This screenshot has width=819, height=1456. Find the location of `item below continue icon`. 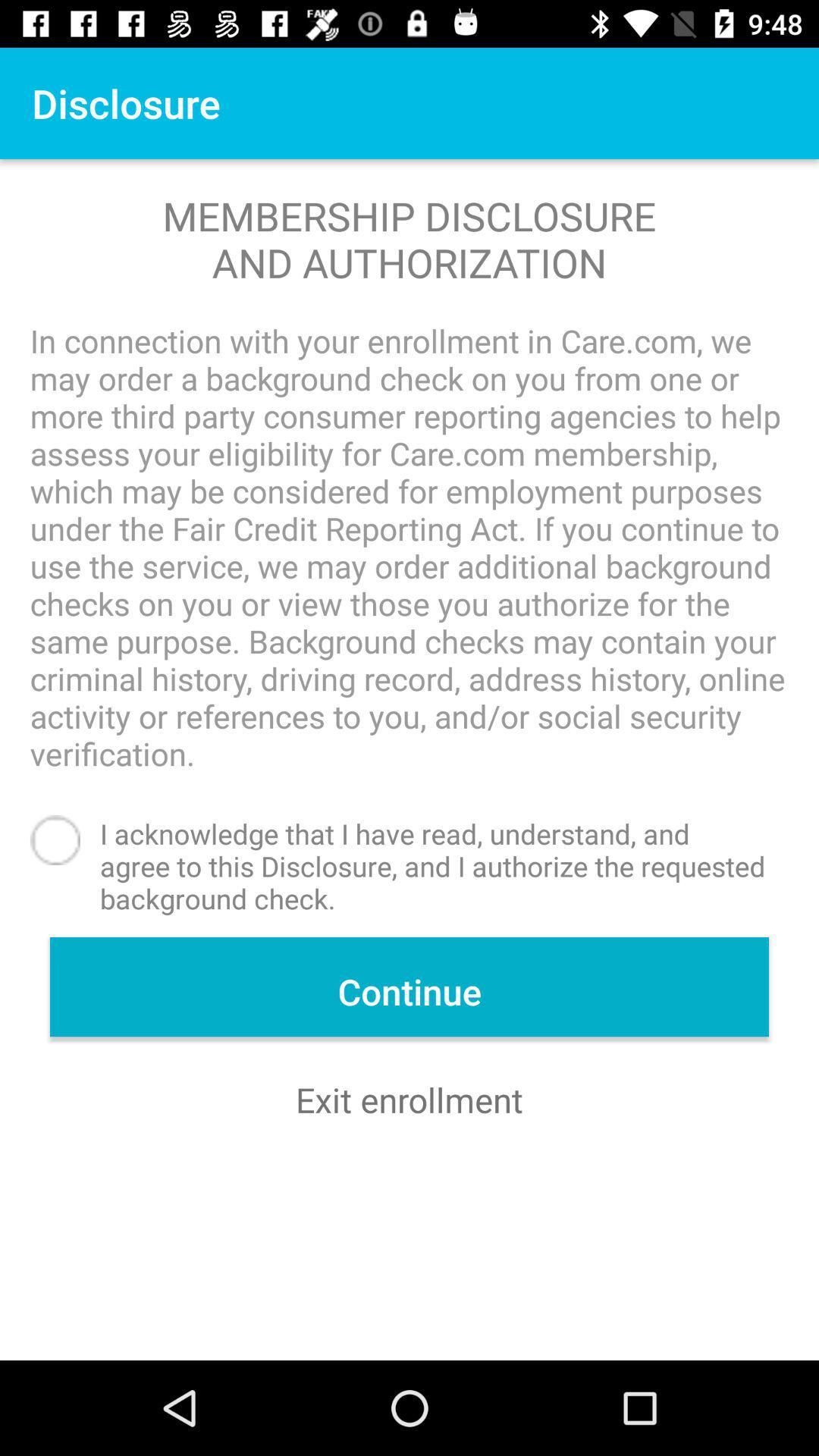

item below continue icon is located at coordinates (409, 1100).